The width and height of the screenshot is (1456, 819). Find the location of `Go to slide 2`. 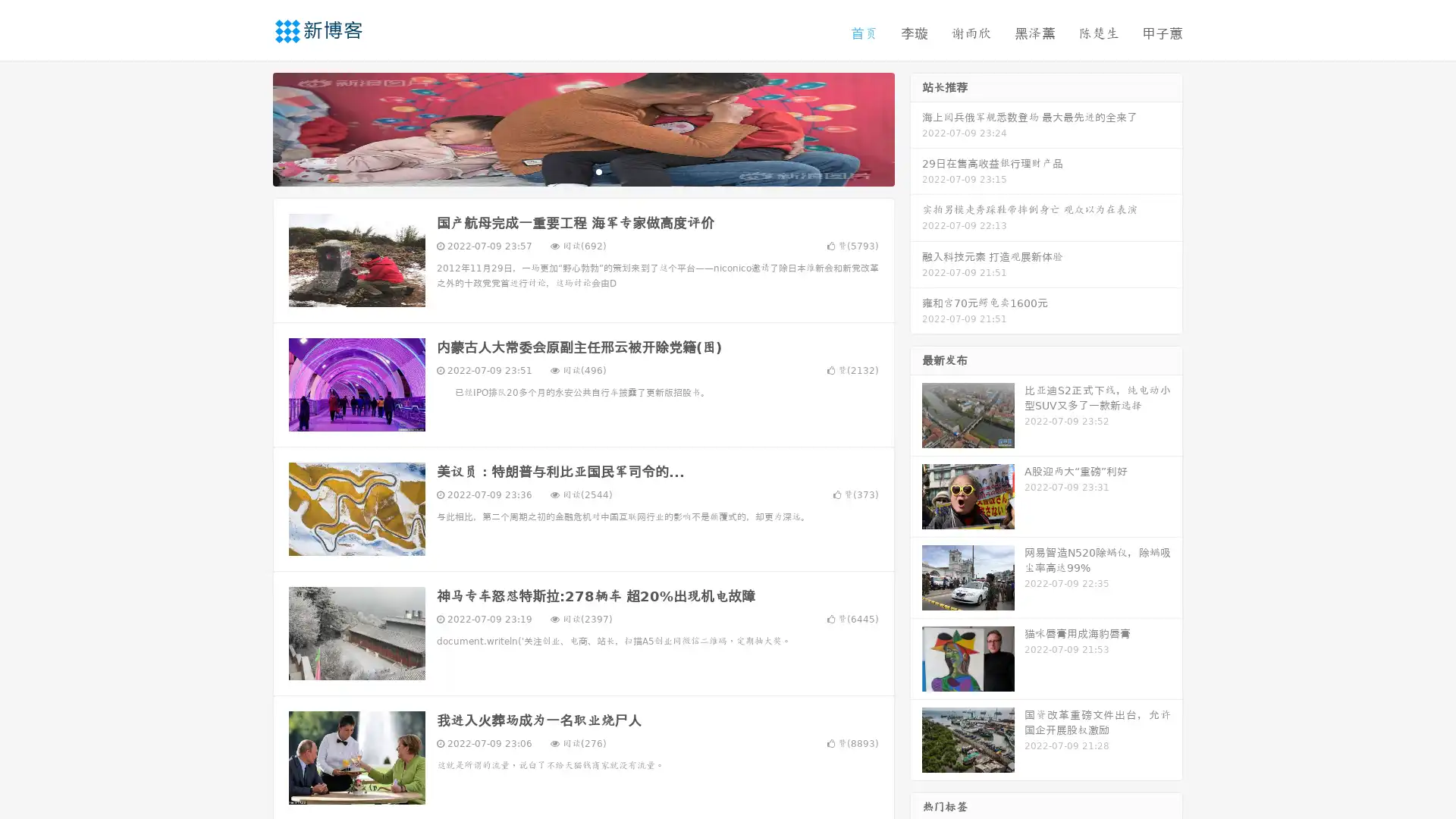

Go to slide 2 is located at coordinates (582, 171).